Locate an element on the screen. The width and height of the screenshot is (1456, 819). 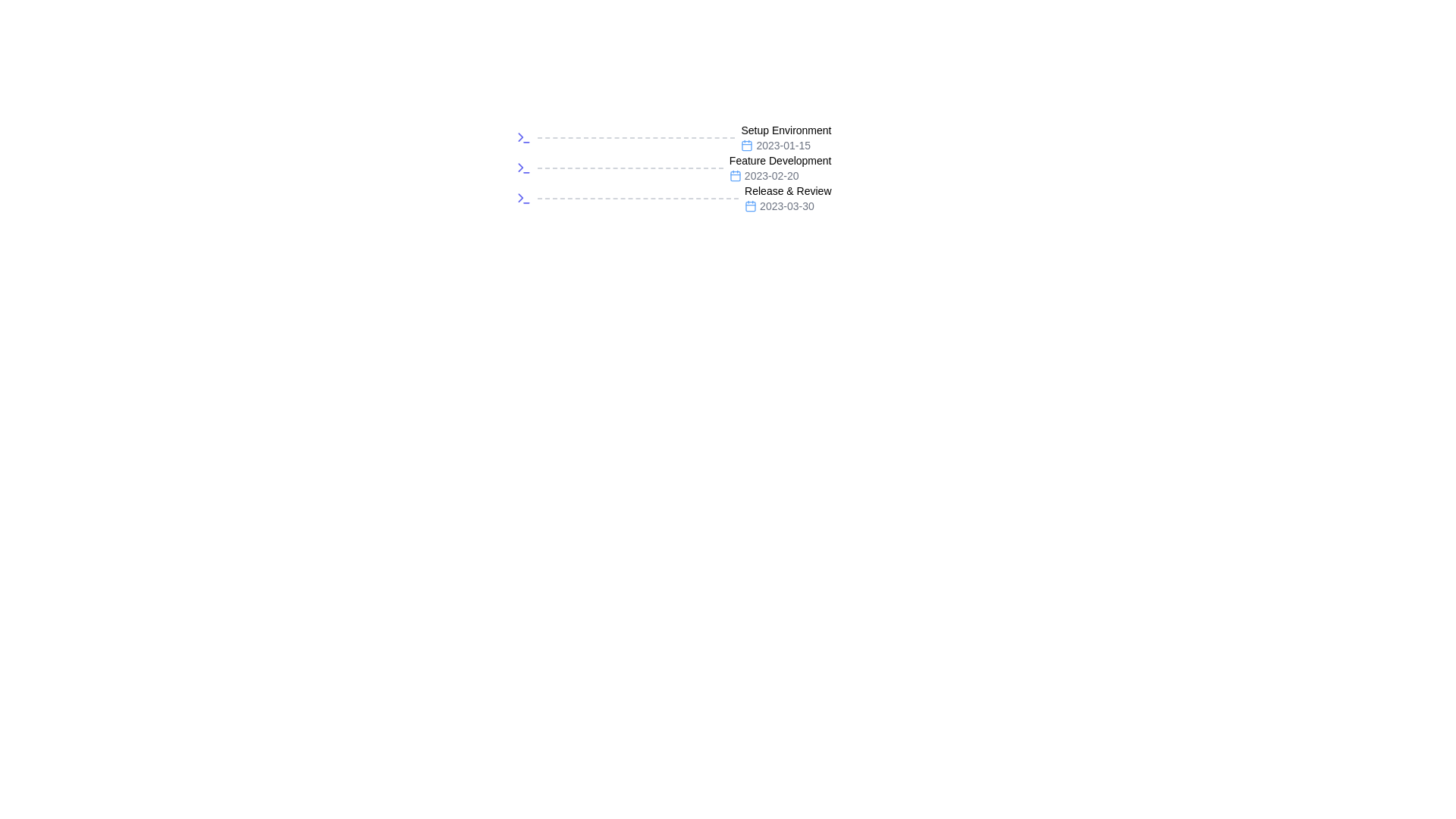
text of the label titled 'Setup Environment', which is the first item in a structured list and rendered in black sans-serif font is located at coordinates (786, 130).